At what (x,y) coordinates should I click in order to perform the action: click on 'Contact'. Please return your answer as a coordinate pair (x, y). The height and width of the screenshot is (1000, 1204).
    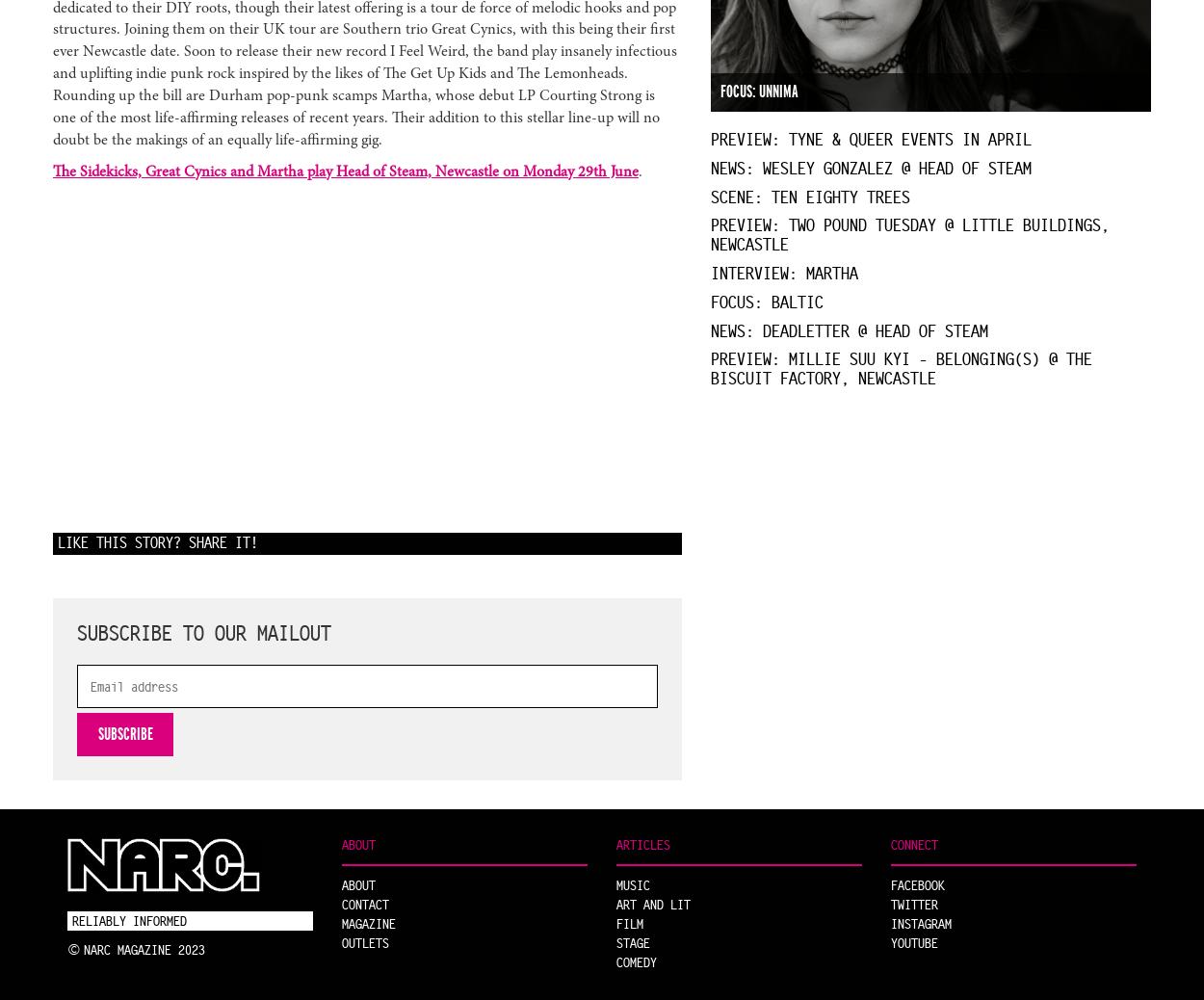
    Looking at the image, I should click on (365, 904).